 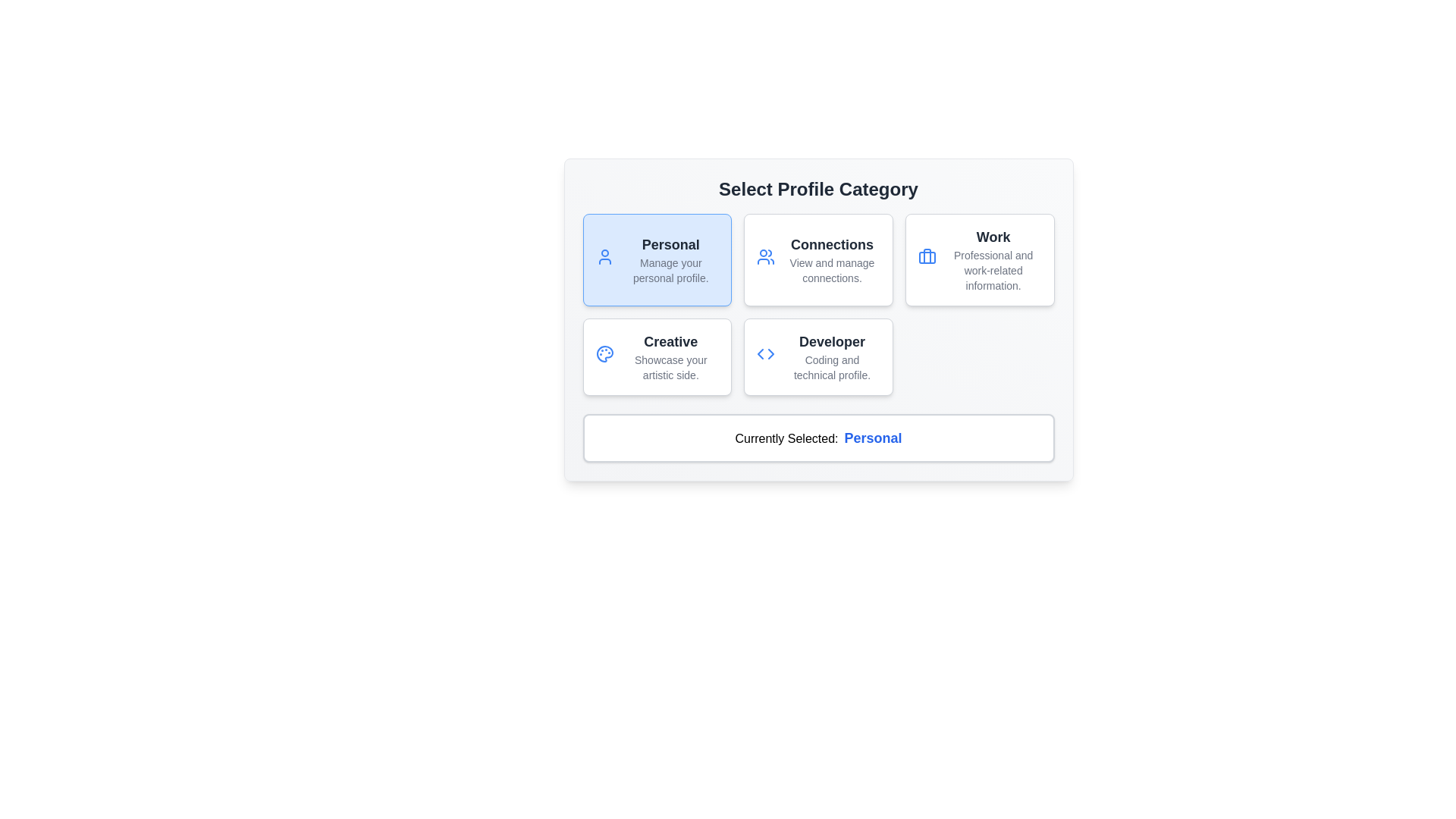 I want to click on the left-facing arrow vector graphic element within the 'Developer' card in the profile selection interface, so click(x=761, y=353).